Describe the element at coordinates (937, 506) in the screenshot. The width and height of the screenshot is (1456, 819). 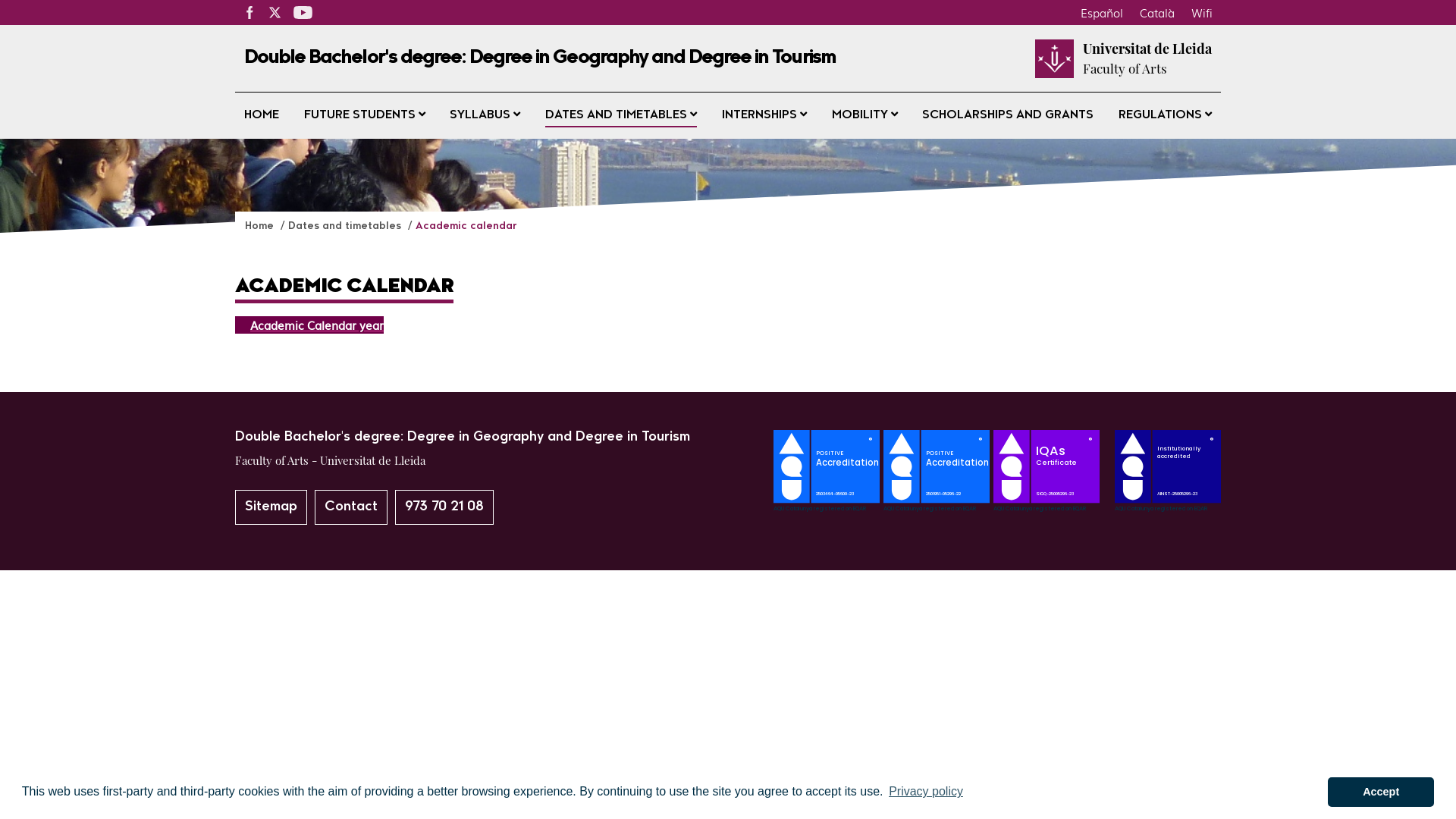
I see `'SegellAcreditacioAQU_GTurisme_en'` at that location.